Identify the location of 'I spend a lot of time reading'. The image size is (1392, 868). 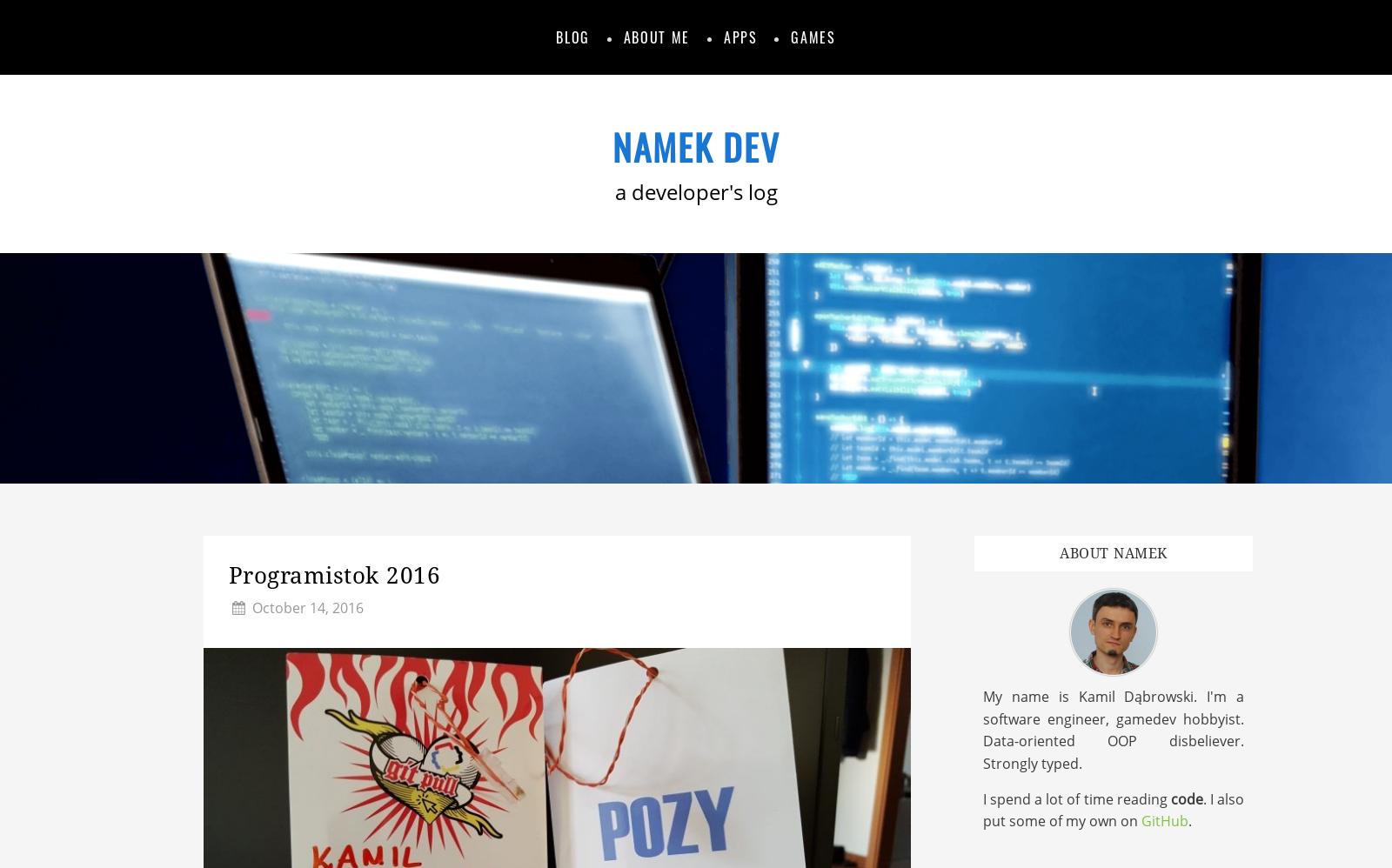
(1075, 798).